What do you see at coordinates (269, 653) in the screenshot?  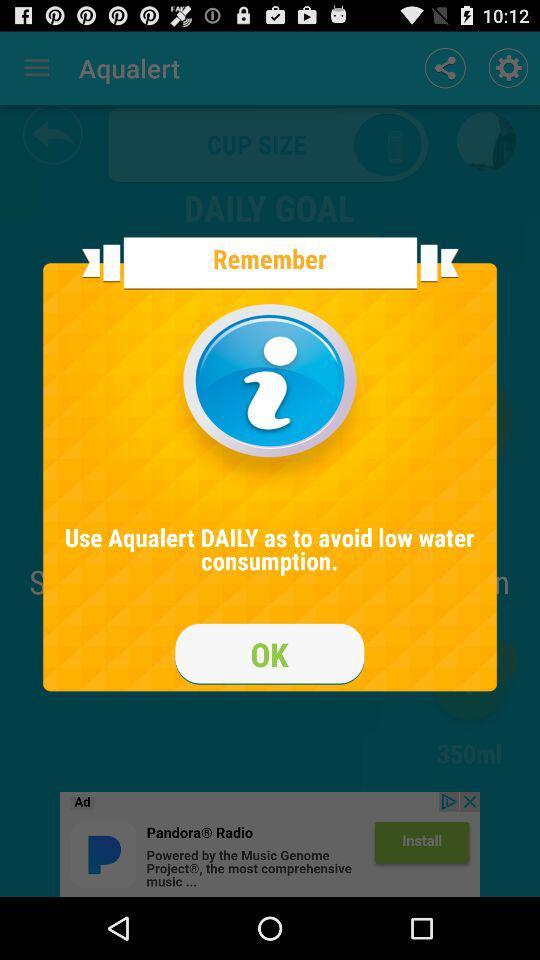 I see `ok box option` at bounding box center [269, 653].